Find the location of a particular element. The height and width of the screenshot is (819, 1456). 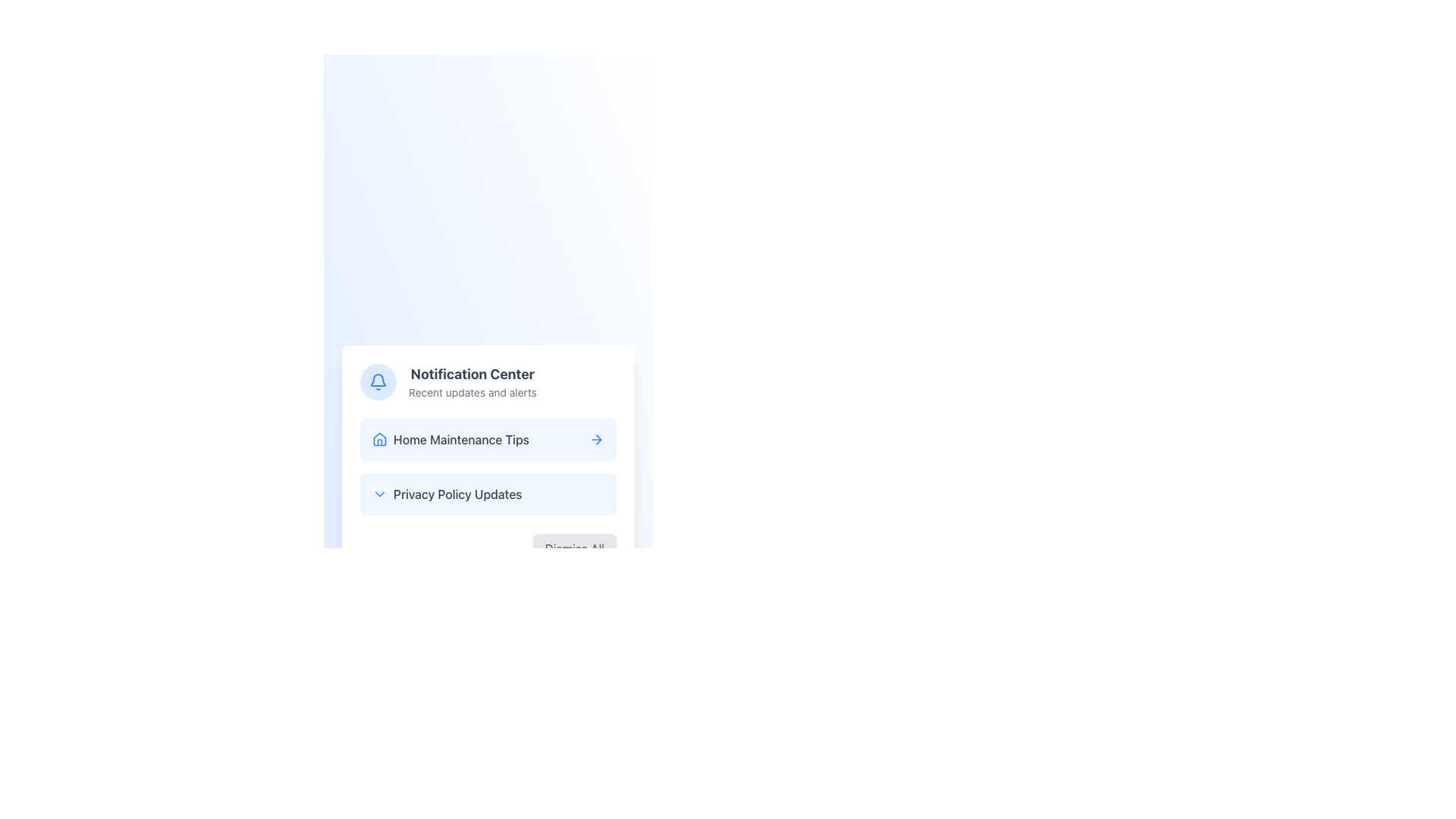

the text label reading 'Home Maintenance Tips' for informational purposes is located at coordinates (460, 439).